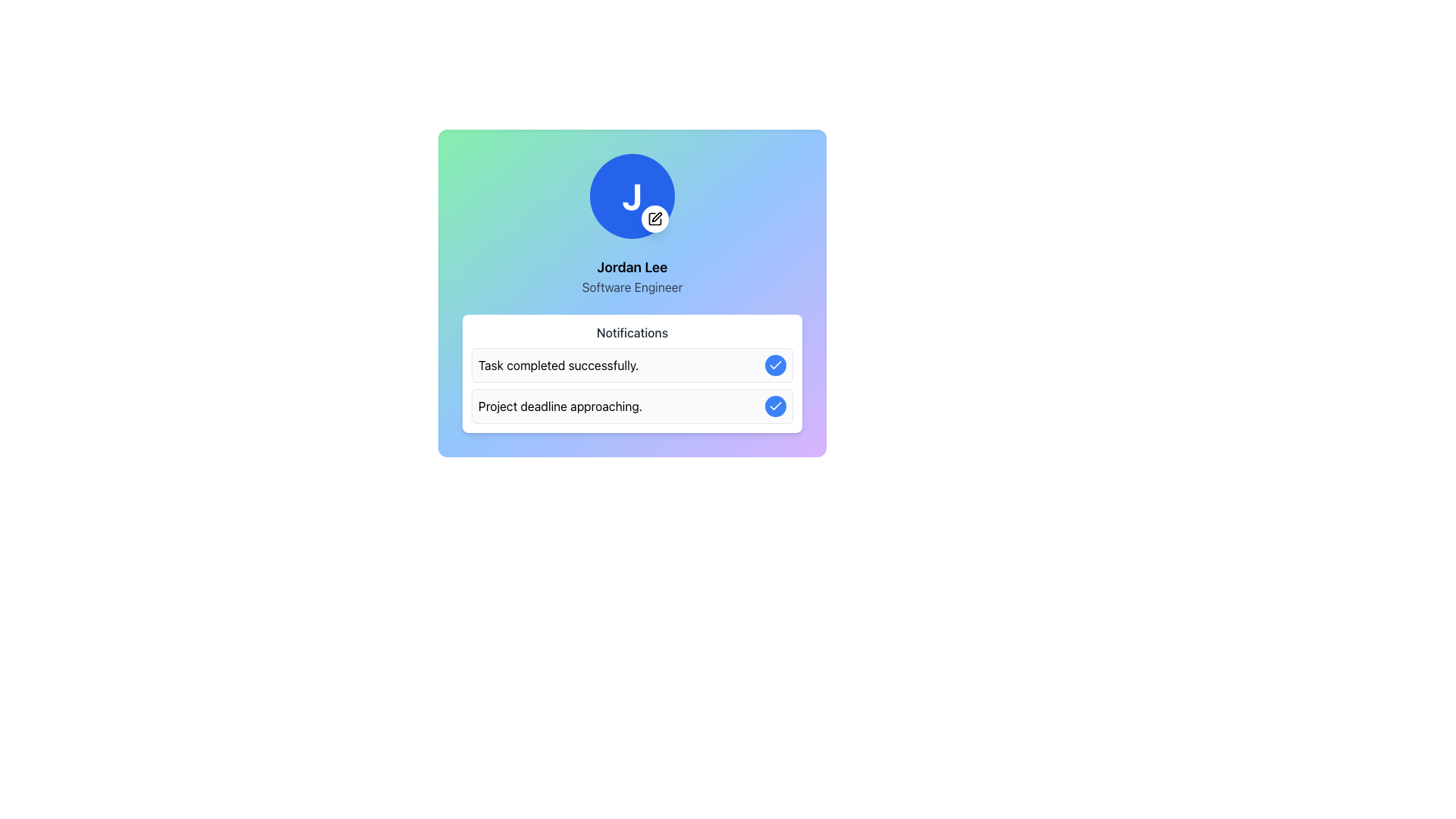 The height and width of the screenshot is (819, 1456). What do you see at coordinates (632, 267) in the screenshot?
I see `the text label displaying 'Jordan Lee', which is in bold and slightly larger font, located just below the circular profile icon with the letter 'J'` at bounding box center [632, 267].